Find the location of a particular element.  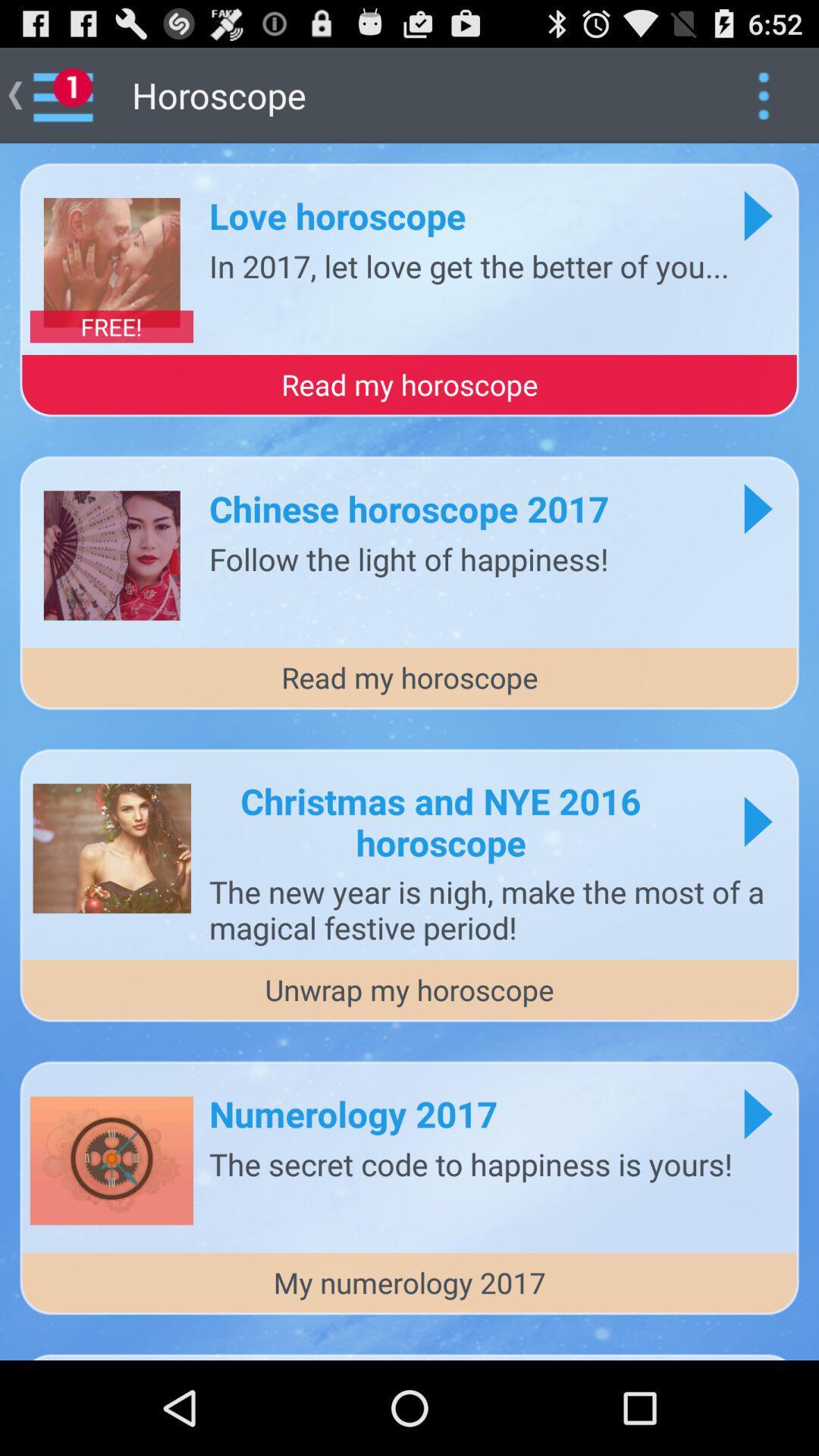

the app above the follow the light is located at coordinates (408, 508).